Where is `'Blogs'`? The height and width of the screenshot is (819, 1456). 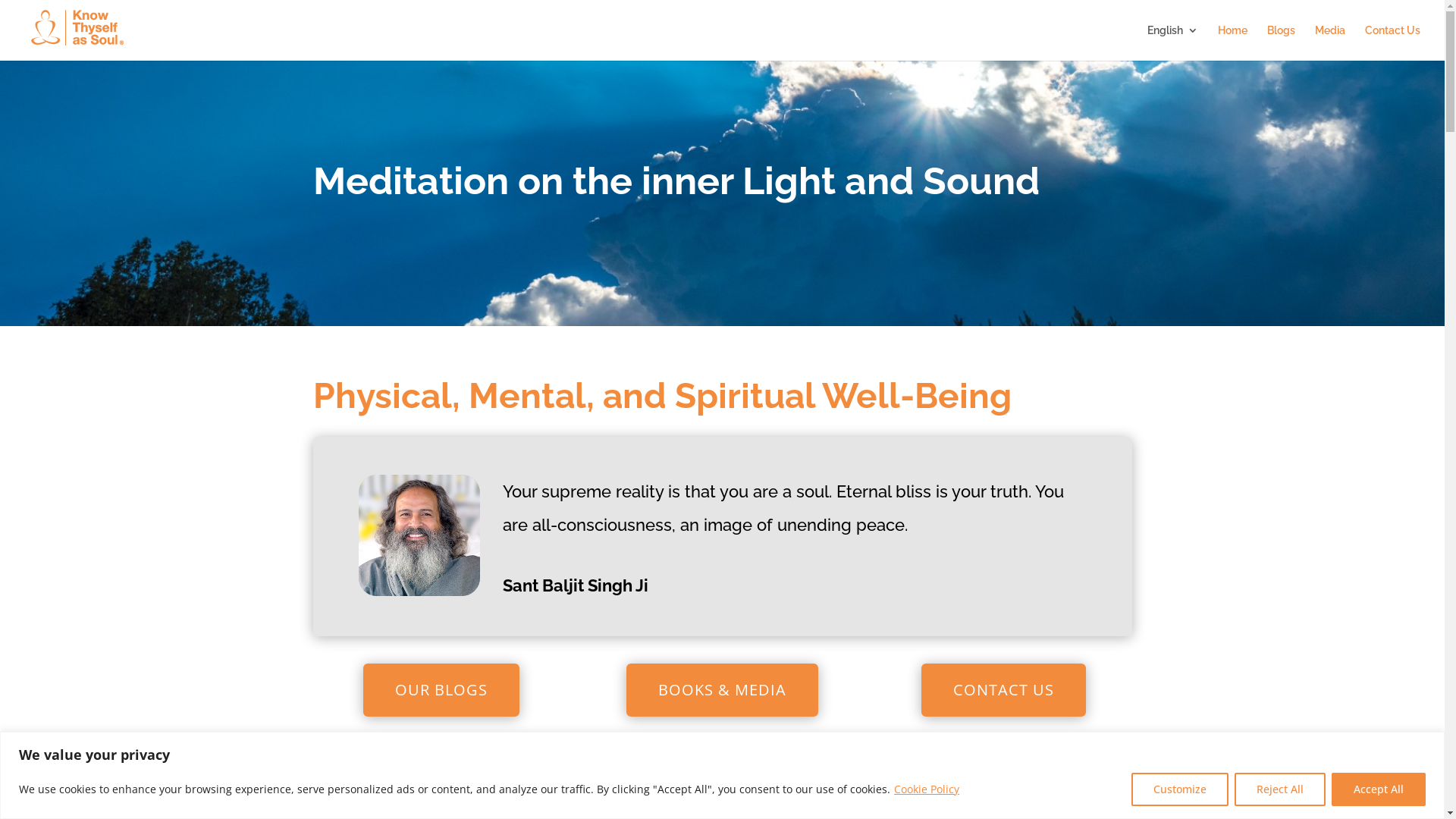
'Blogs' is located at coordinates (1266, 42).